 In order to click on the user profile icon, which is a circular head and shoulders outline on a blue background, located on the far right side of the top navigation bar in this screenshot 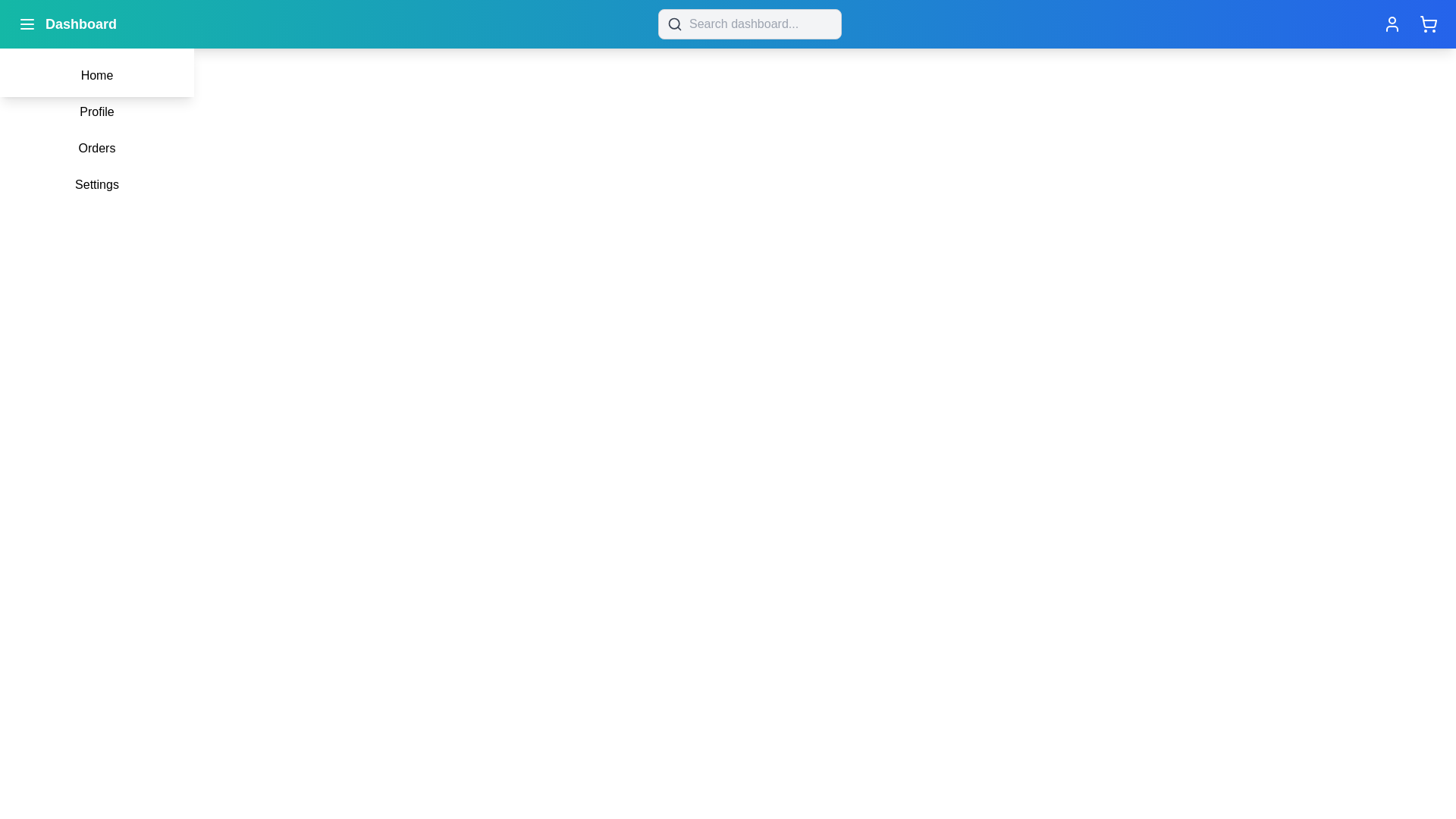, I will do `click(1392, 24)`.